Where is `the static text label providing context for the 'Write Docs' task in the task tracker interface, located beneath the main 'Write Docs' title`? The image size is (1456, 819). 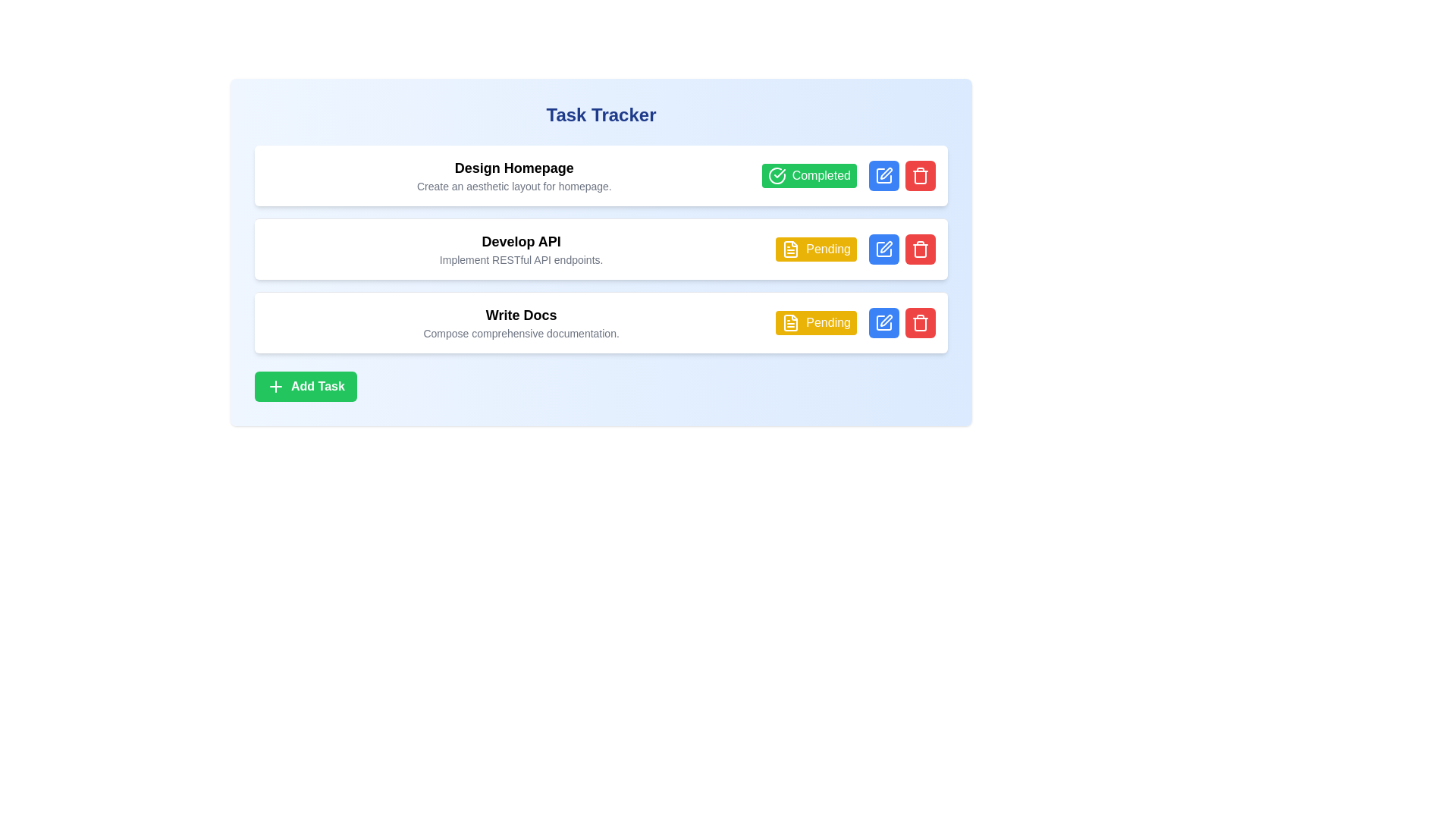
the static text label providing context for the 'Write Docs' task in the task tracker interface, located beneath the main 'Write Docs' title is located at coordinates (521, 332).